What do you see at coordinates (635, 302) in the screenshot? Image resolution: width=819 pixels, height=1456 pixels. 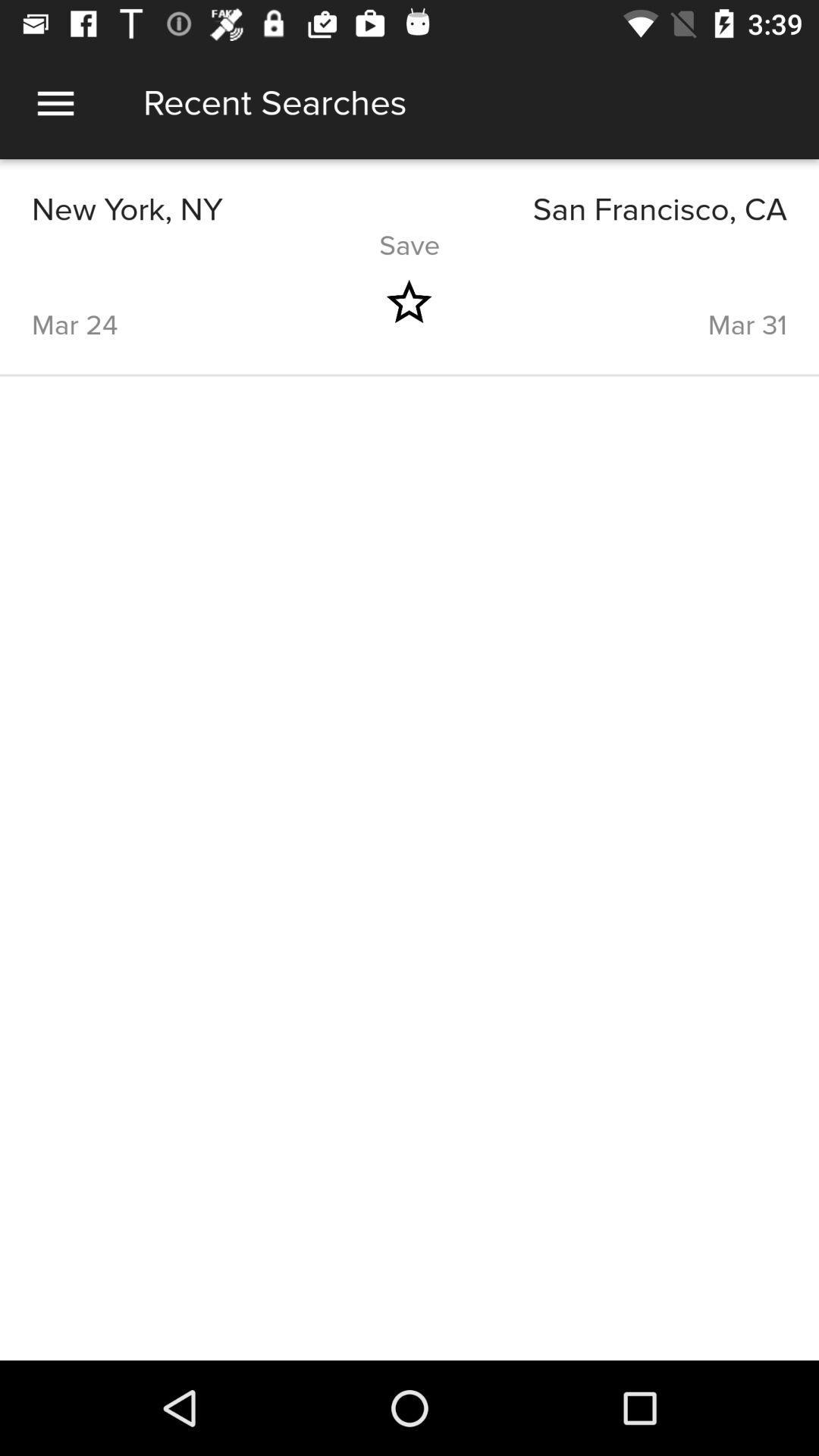 I see `the icon below the save` at bounding box center [635, 302].